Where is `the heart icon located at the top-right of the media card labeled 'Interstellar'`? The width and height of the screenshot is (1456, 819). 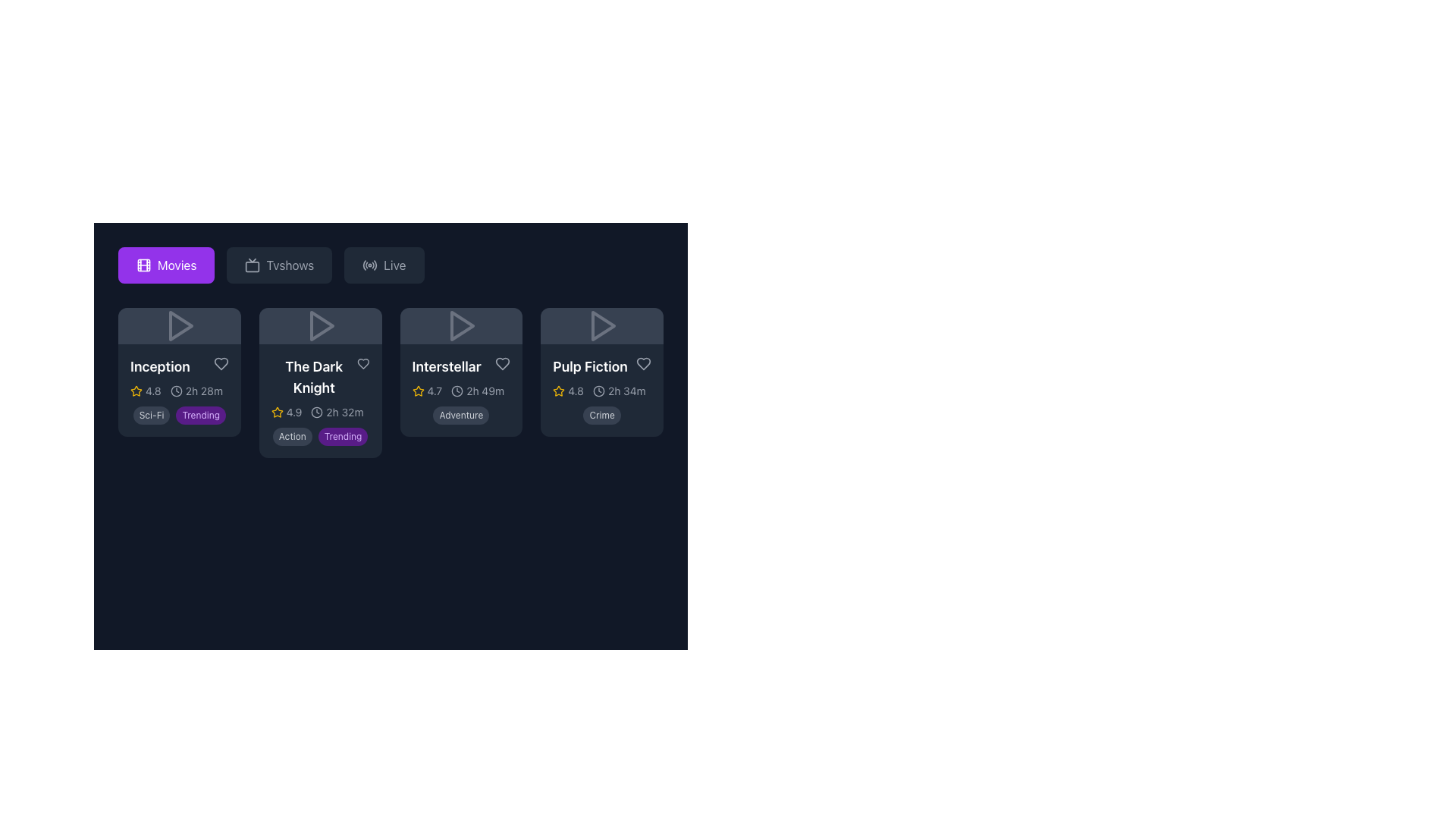 the heart icon located at the top-right of the media card labeled 'Interstellar' is located at coordinates (503, 363).